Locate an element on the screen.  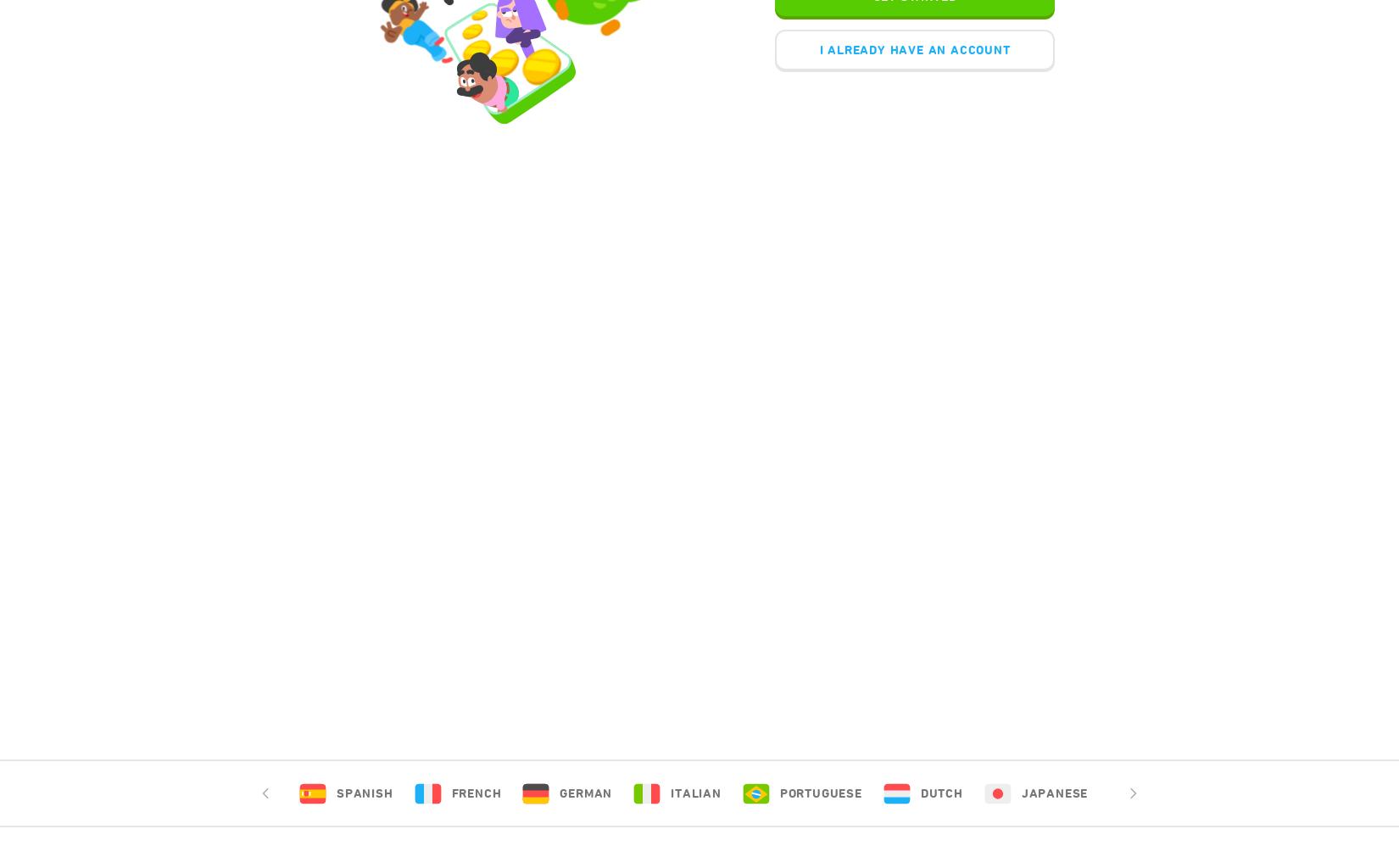
'Japanese' is located at coordinates (1021, 793).